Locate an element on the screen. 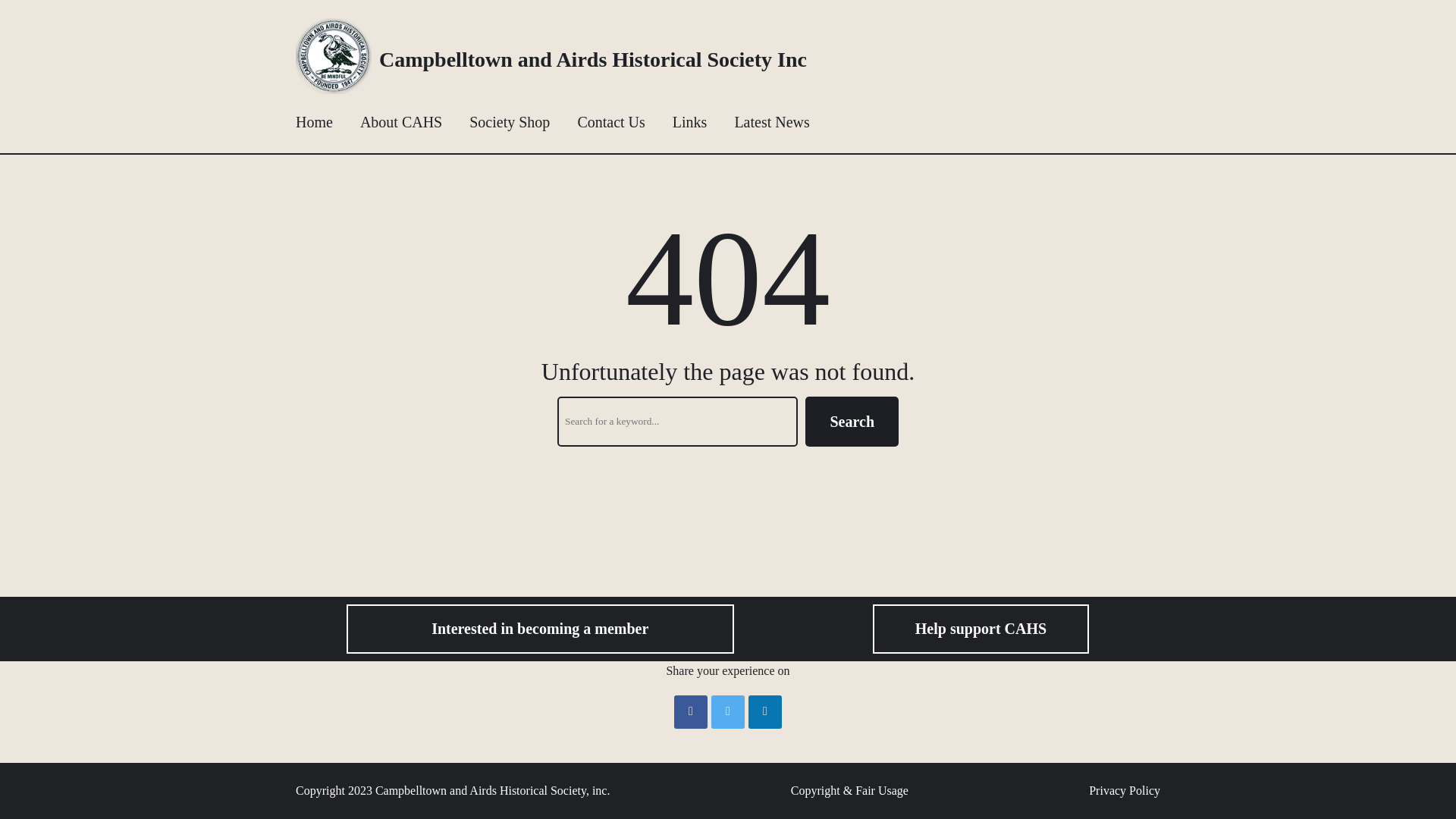  'Help support CAHS' is located at coordinates (981, 629).